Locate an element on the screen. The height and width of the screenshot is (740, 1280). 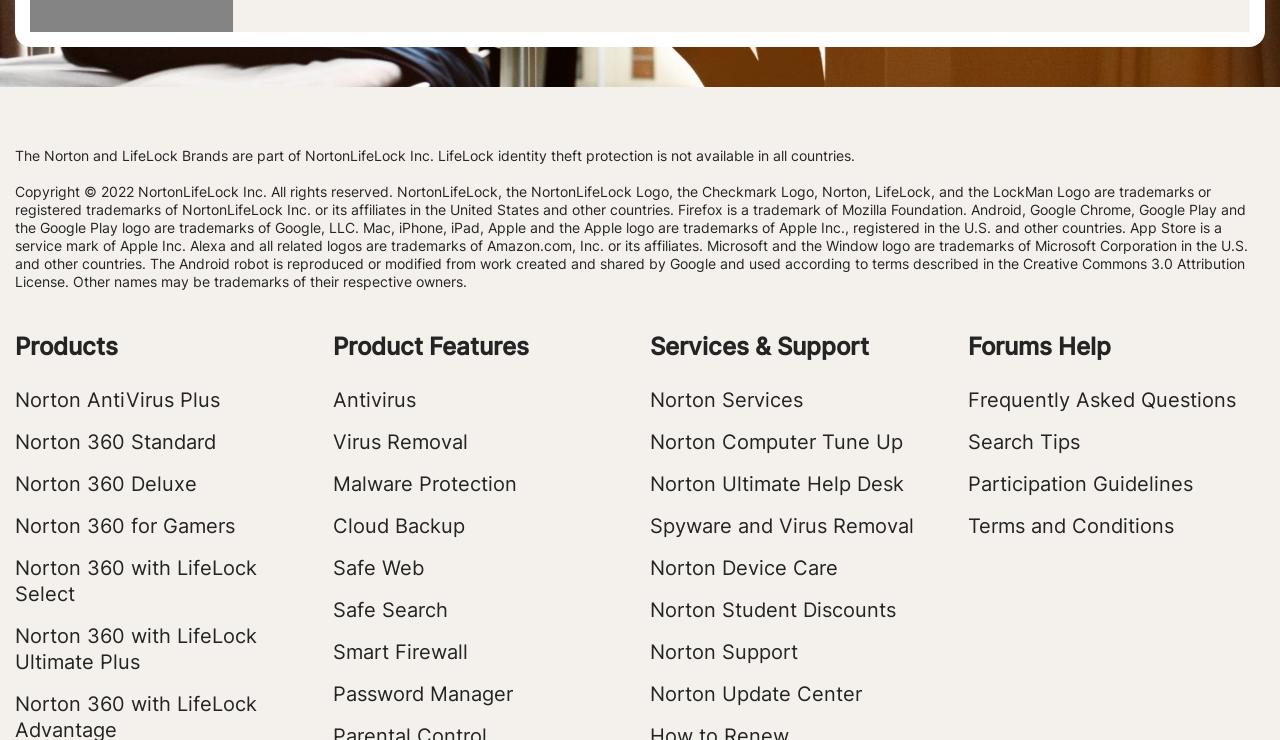
'Safe Web' is located at coordinates (377, 567).